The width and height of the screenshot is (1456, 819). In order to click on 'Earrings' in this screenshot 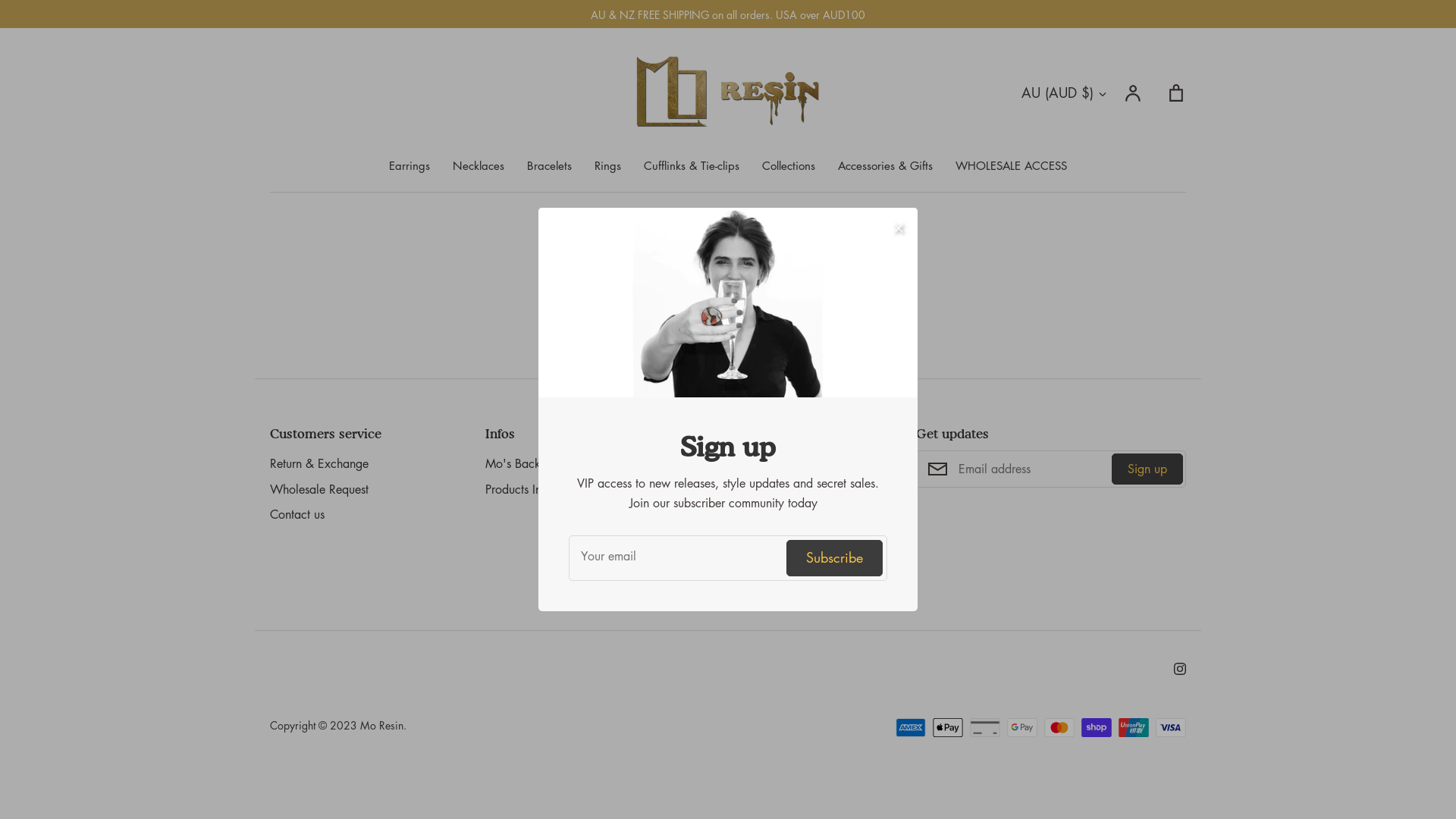, I will do `click(409, 165)`.